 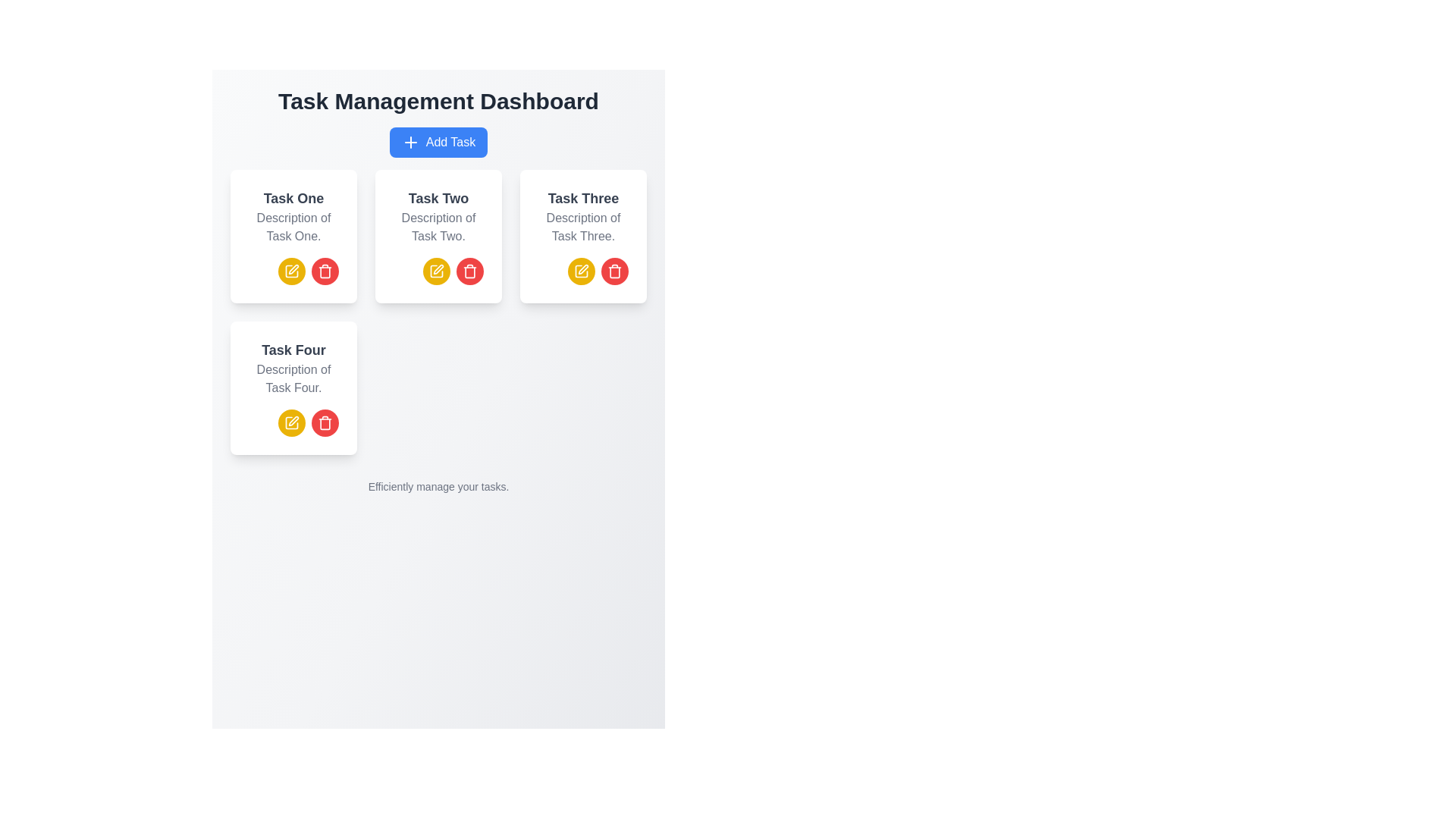 What do you see at coordinates (469, 271) in the screenshot?
I see `the trash bin icon located at the bottom right of the 'Task Two' task card` at bounding box center [469, 271].